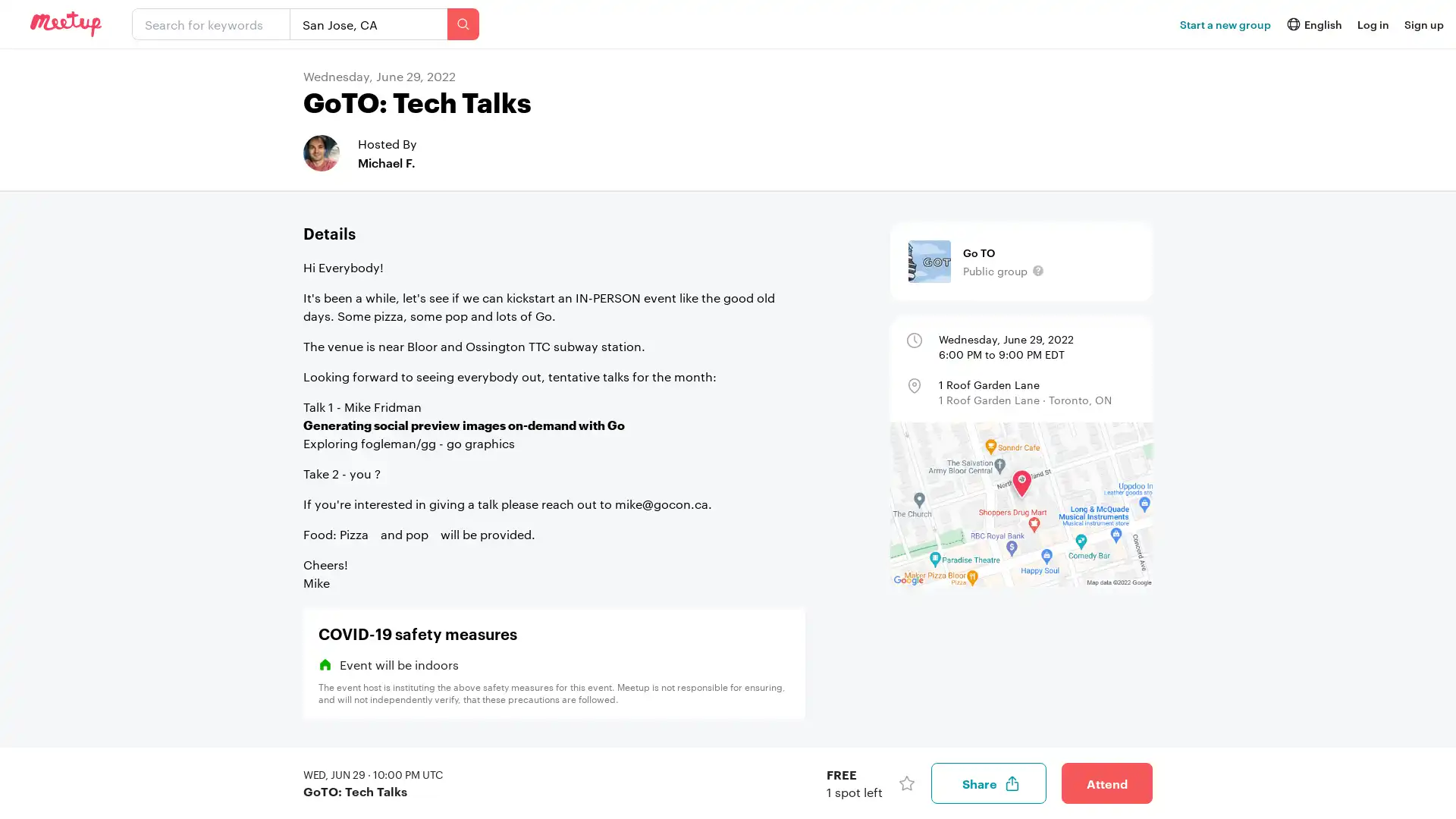  What do you see at coordinates (989, 783) in the screenshot?
I see `Share event` at bounding box center [989, 783].